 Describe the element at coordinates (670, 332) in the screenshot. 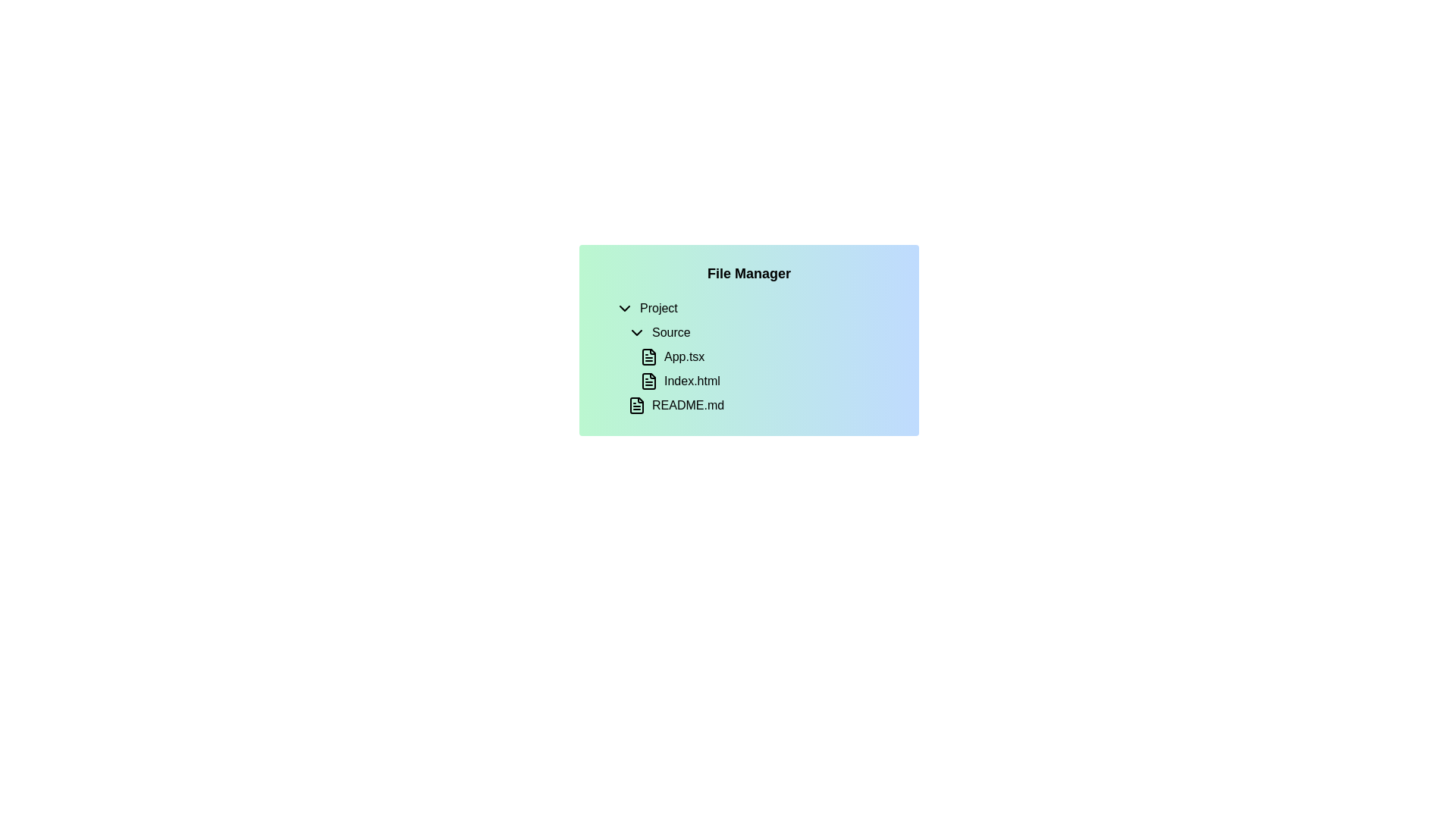

I see `on the 'Source' label element located under the 'Project' section in the file management interface` at that location.